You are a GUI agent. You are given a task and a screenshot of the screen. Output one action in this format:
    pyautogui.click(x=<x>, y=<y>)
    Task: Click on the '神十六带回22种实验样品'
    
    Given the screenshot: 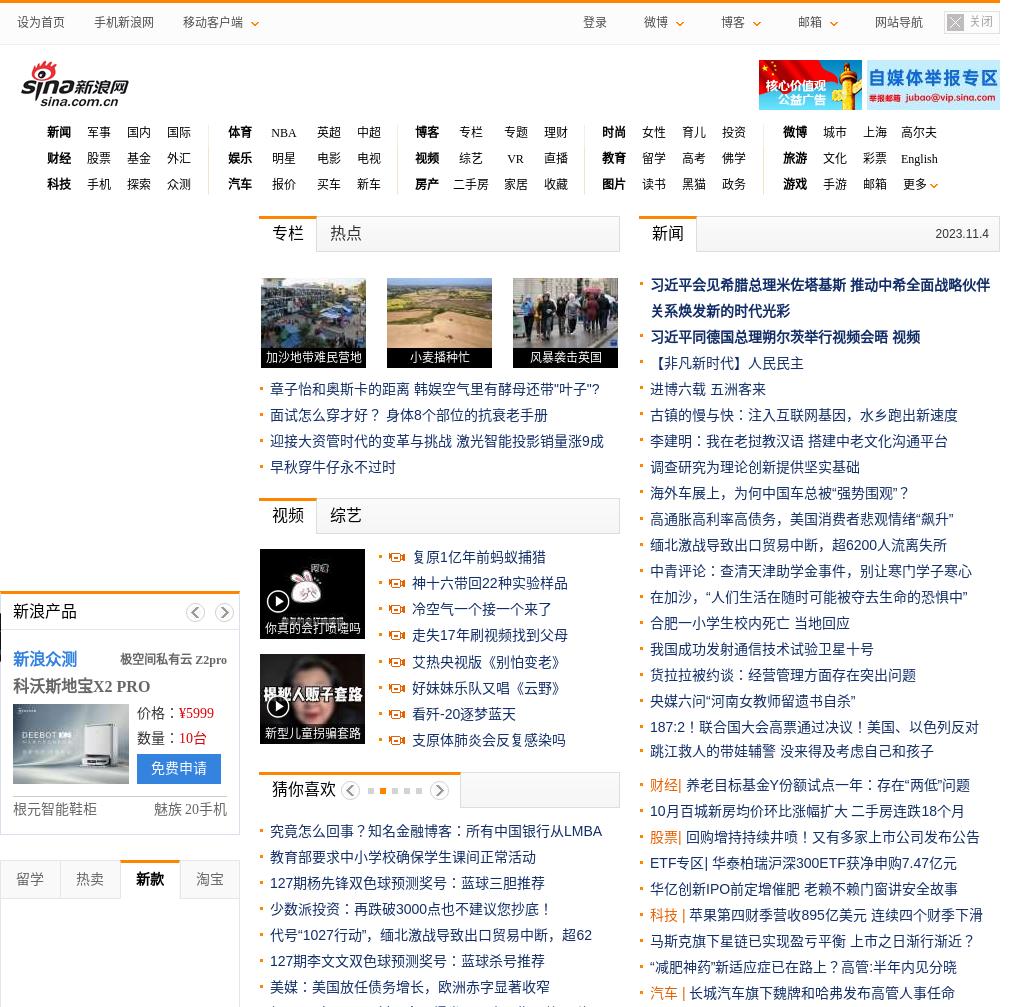 What is the action you would take?
    pyautogui.click(x=489, y=581)
    